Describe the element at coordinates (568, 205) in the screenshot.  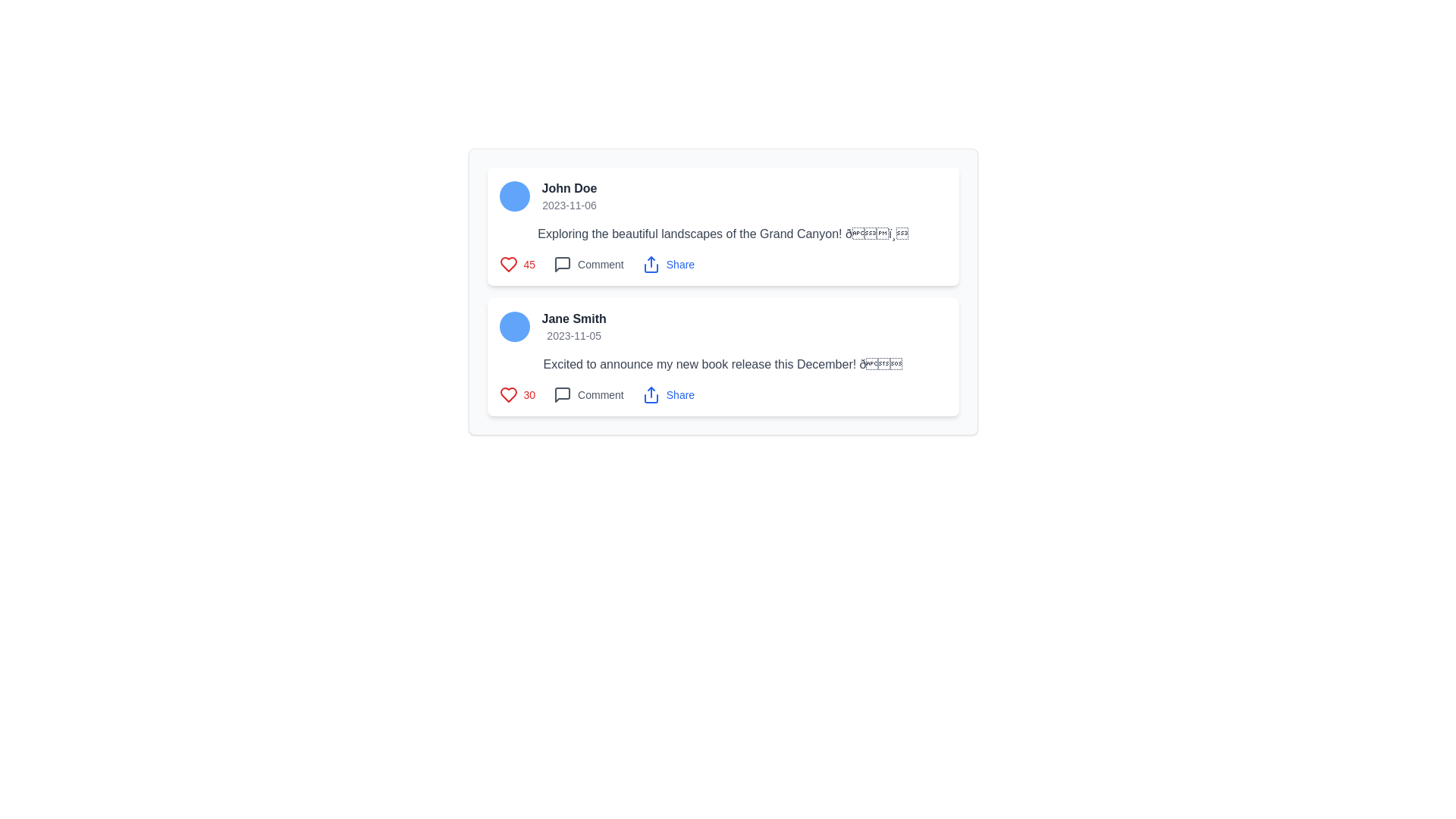
I see `the static text label that displays the date associated with the post or comment, located below the name 'John Doe' in the uppermost comment box` at that location.